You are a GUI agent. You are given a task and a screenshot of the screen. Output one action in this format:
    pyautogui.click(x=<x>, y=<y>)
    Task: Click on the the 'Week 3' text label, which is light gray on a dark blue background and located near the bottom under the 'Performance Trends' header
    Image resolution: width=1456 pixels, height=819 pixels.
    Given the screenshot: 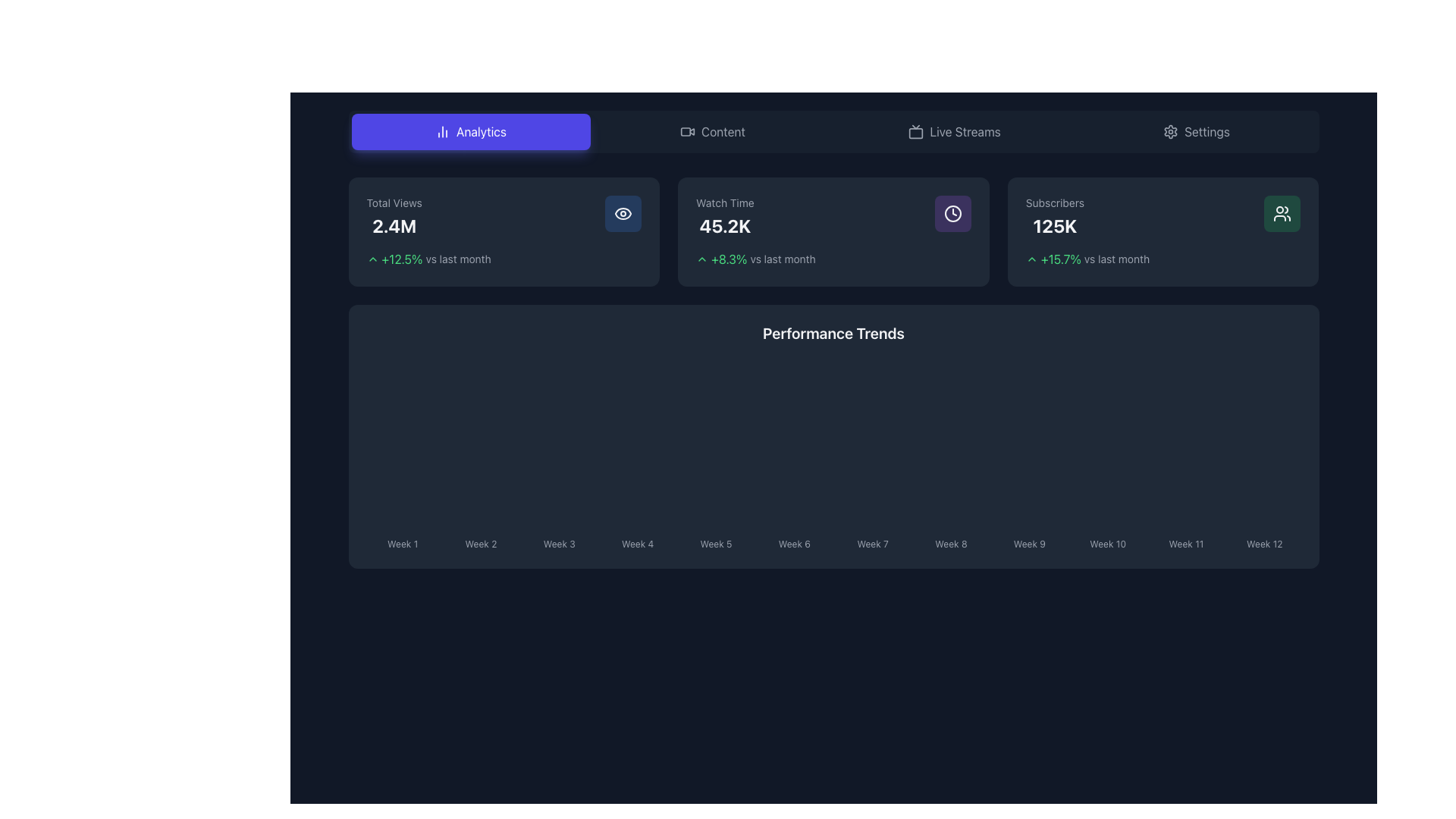 What is the action you would take?
    pyautogui.click(x=558, y=543)
    